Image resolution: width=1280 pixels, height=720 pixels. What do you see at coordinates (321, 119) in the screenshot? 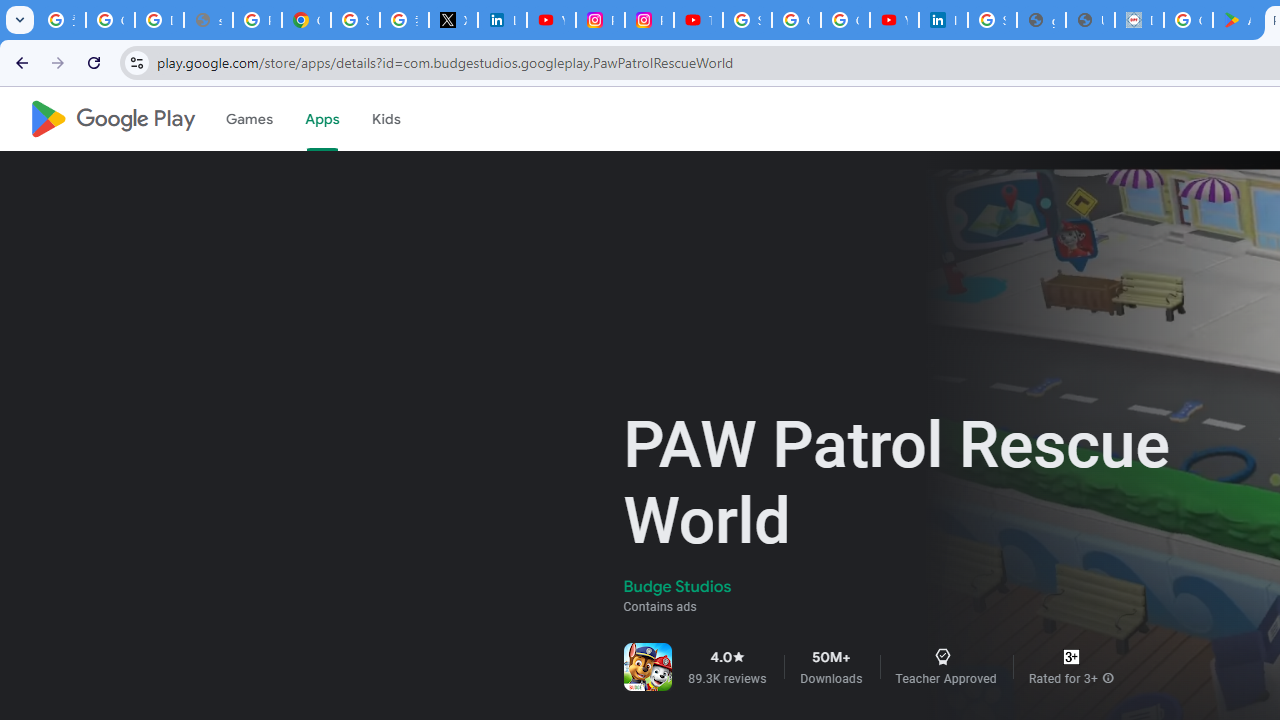
I see `'Apps'` at bounding box center [321, 119].